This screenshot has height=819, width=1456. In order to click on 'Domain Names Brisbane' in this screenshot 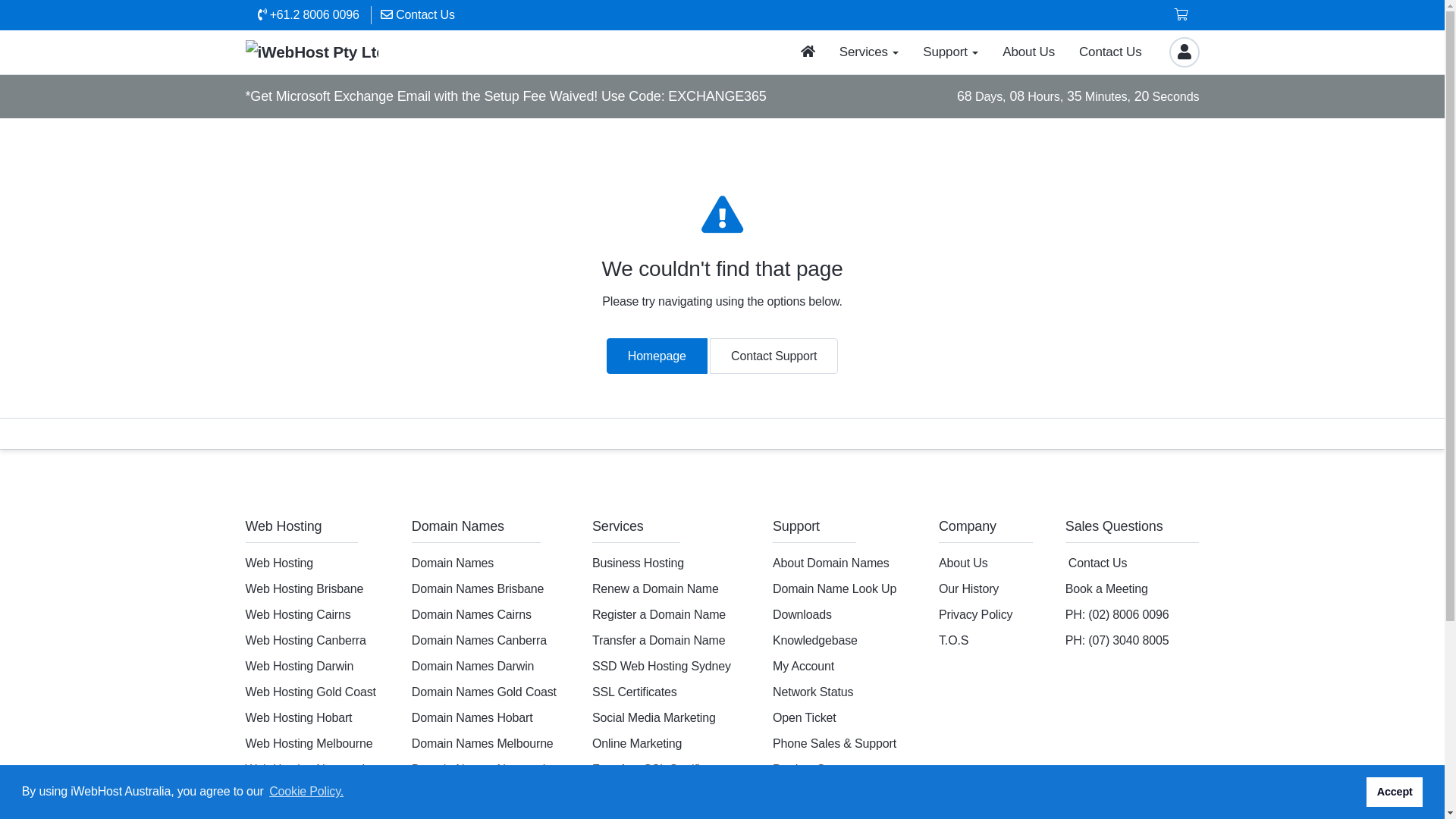, I will do `click(411, 588)`.